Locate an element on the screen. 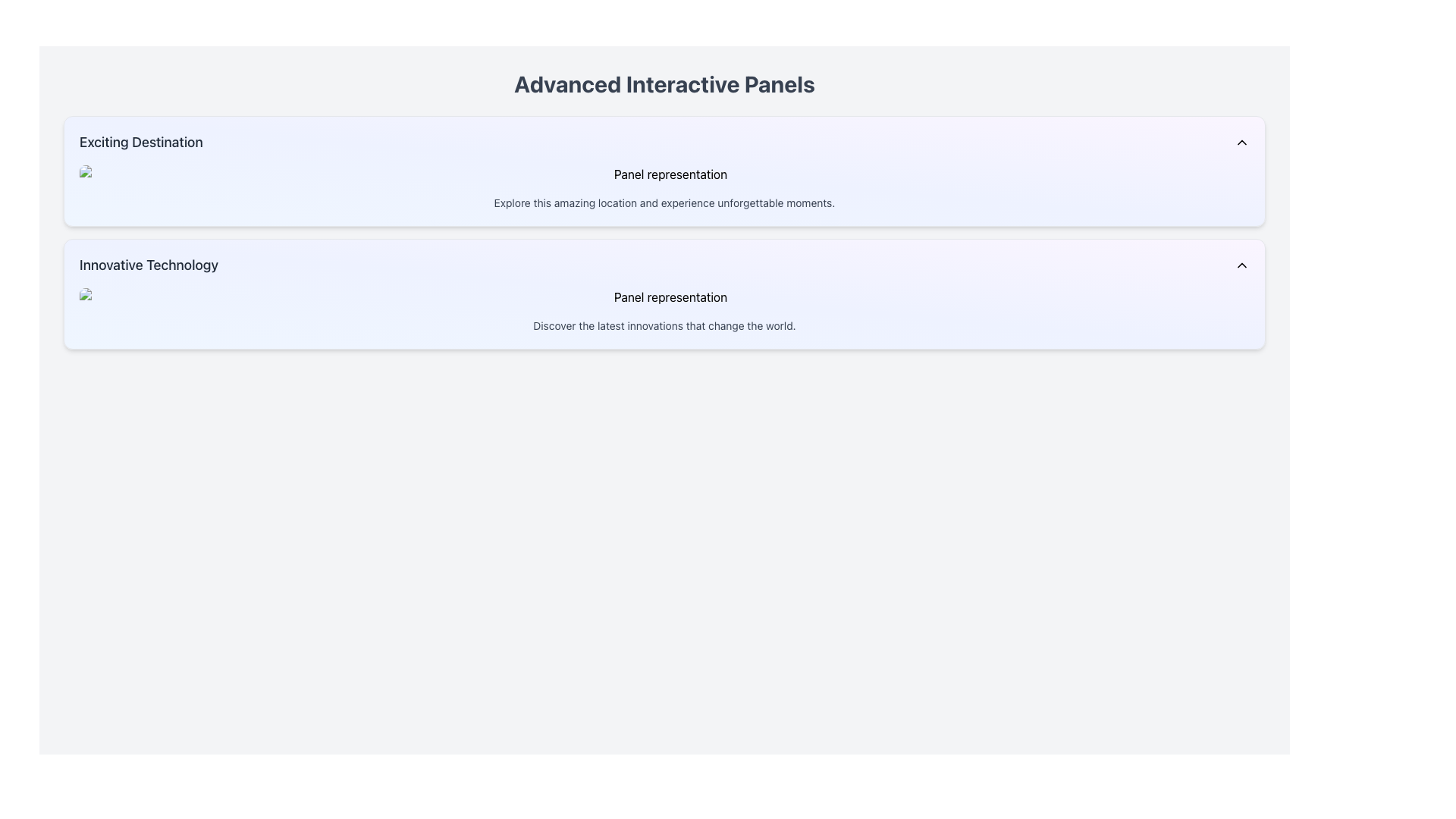 This screenshot has height=819, width=1456. the descriptive text label in the 'Innovative Technology' section, located below the 'Panel representation' subtitle is located at coordinates (664, 325).